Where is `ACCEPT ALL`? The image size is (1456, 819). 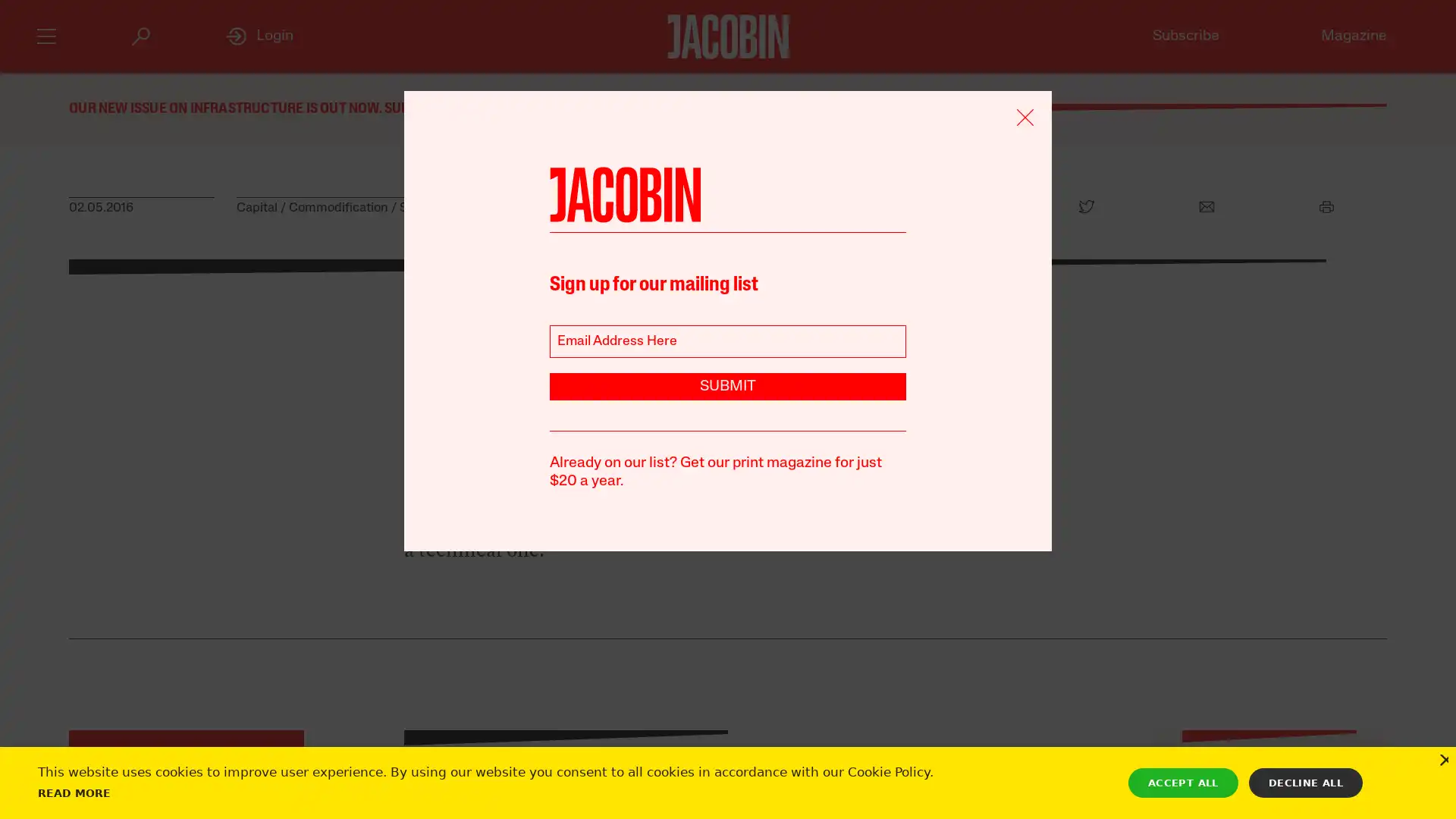 ACCEPT ALL is located at coordinates (1181, 782).